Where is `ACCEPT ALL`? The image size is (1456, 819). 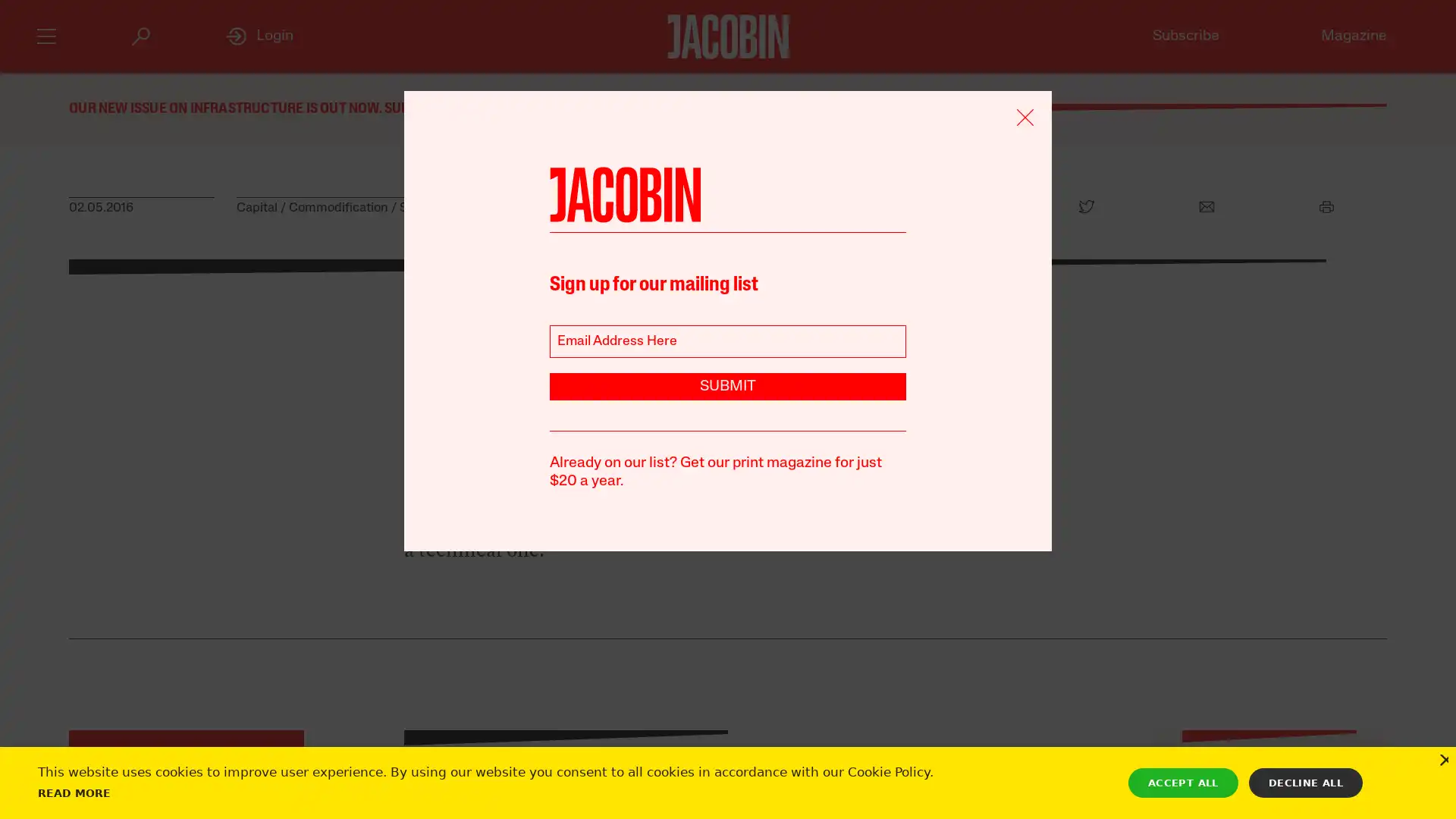 ACCEPT ALL is located at coordinates (1181, 782).